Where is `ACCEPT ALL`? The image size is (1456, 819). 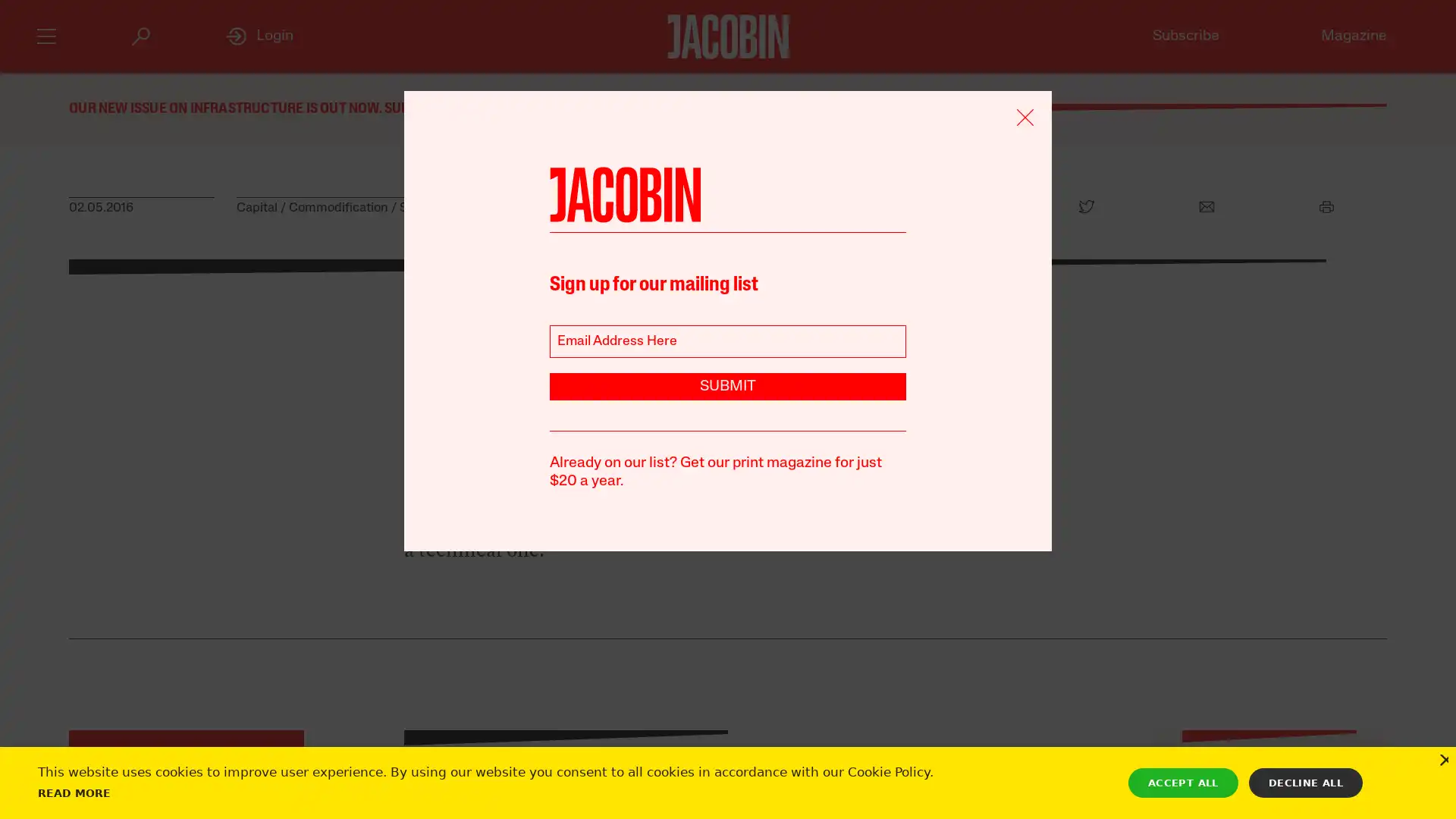 ACCEPT ALL is located at coordinates (1181, 782).